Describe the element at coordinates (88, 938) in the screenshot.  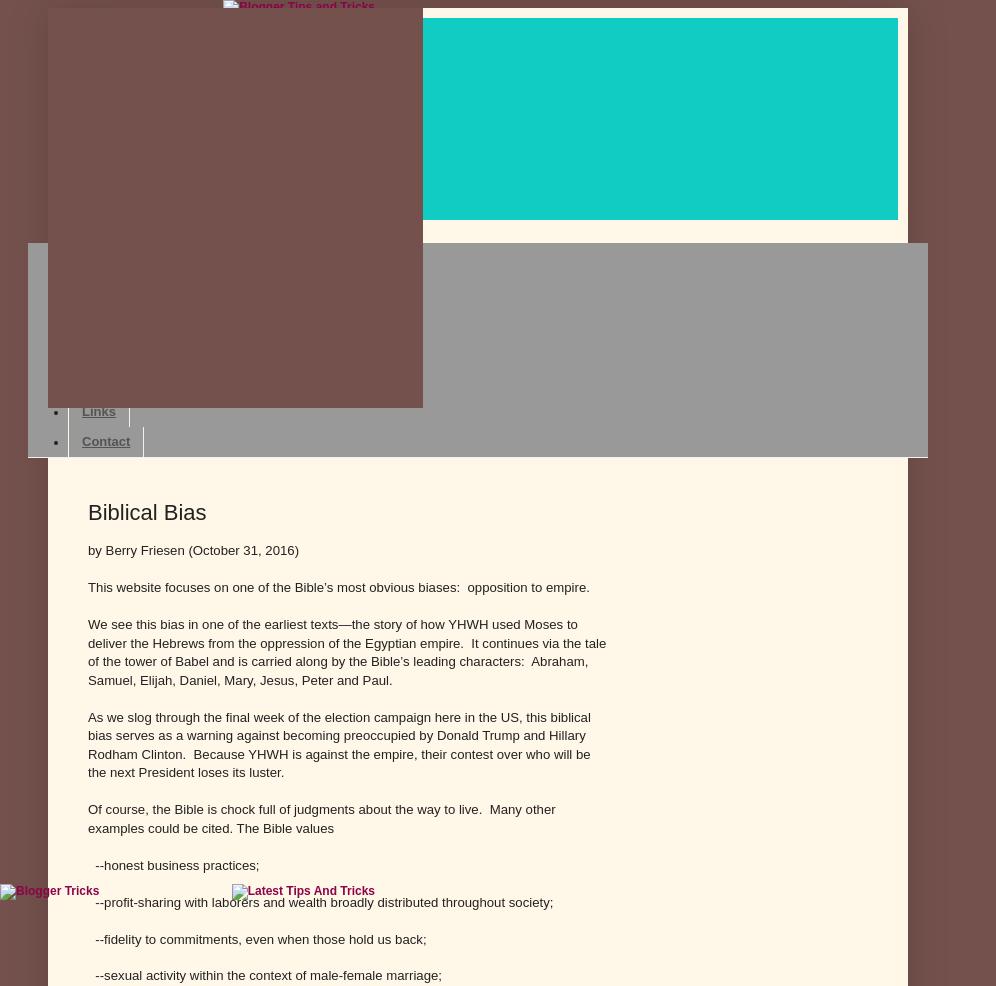
I see `'--fidelity to commitments, even when those hold us back;'` at that location.